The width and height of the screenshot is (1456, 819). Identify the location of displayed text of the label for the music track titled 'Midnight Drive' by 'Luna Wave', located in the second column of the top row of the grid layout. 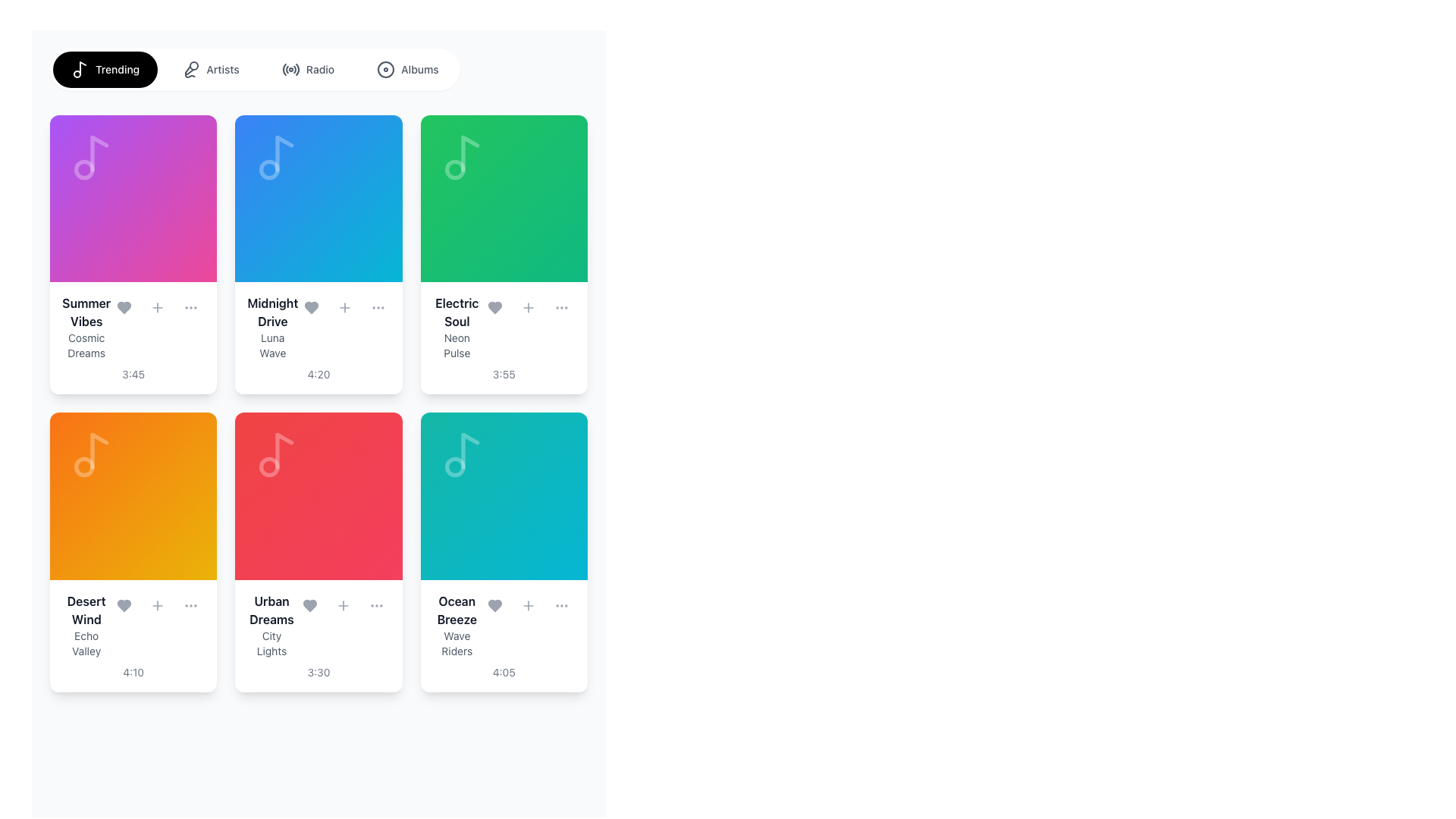
(272, 327).